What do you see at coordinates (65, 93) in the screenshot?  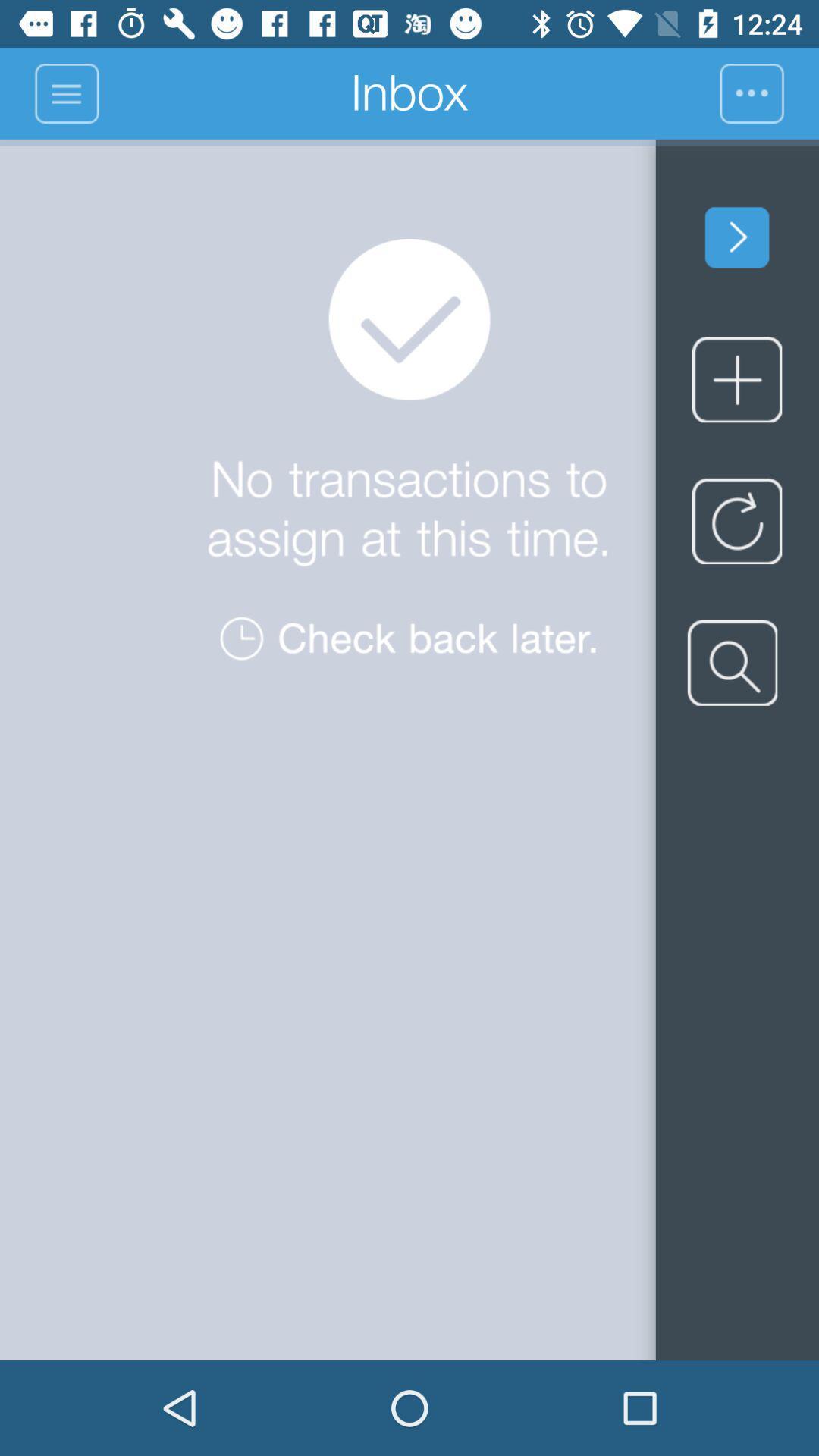 I see `the item next to the inbox` at bounding box center [65, 93].